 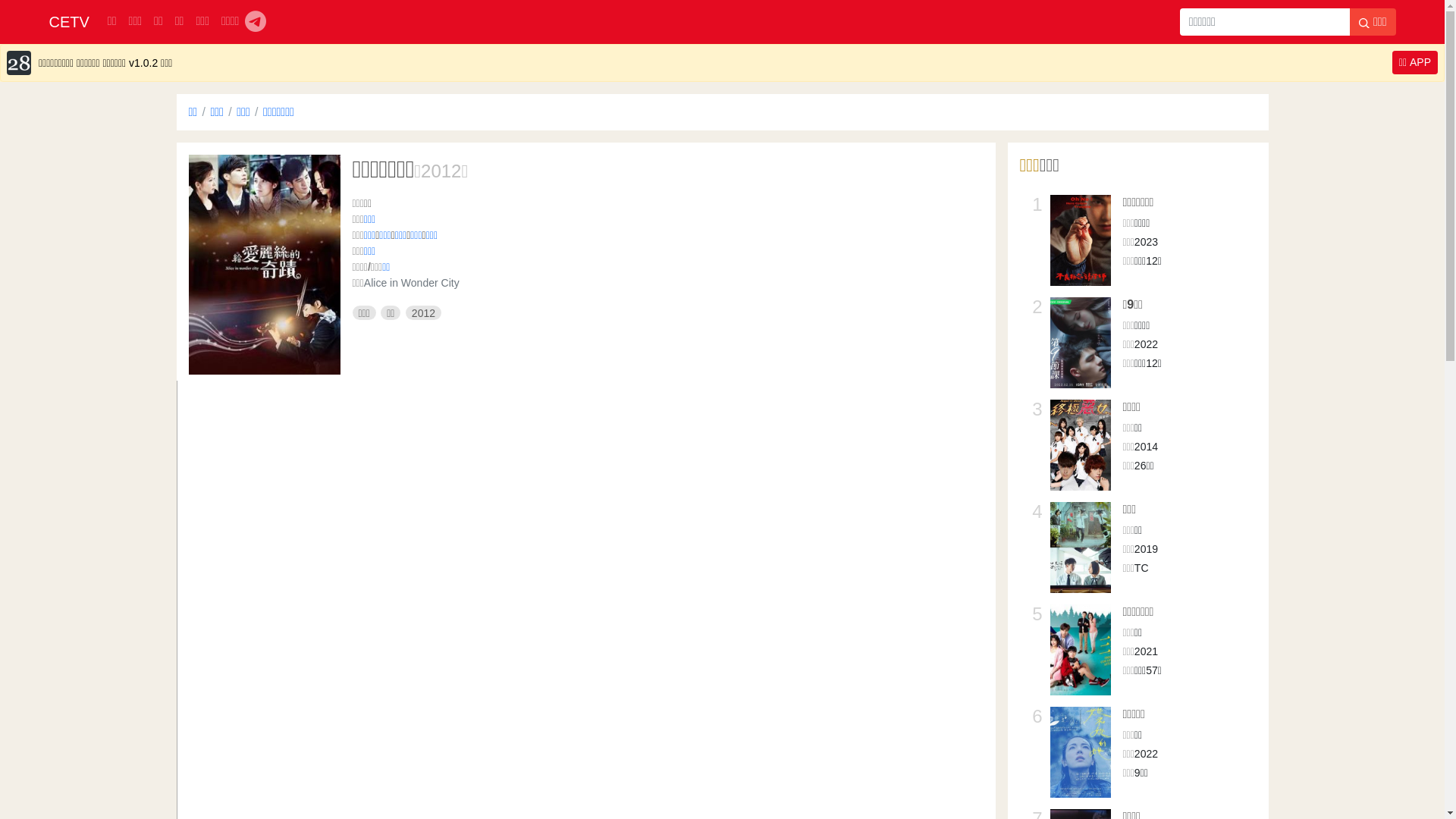 What do you see at coordinates (48, 22) in the screenshot?
I see `'CETV'` at bounding box center [48, 22].